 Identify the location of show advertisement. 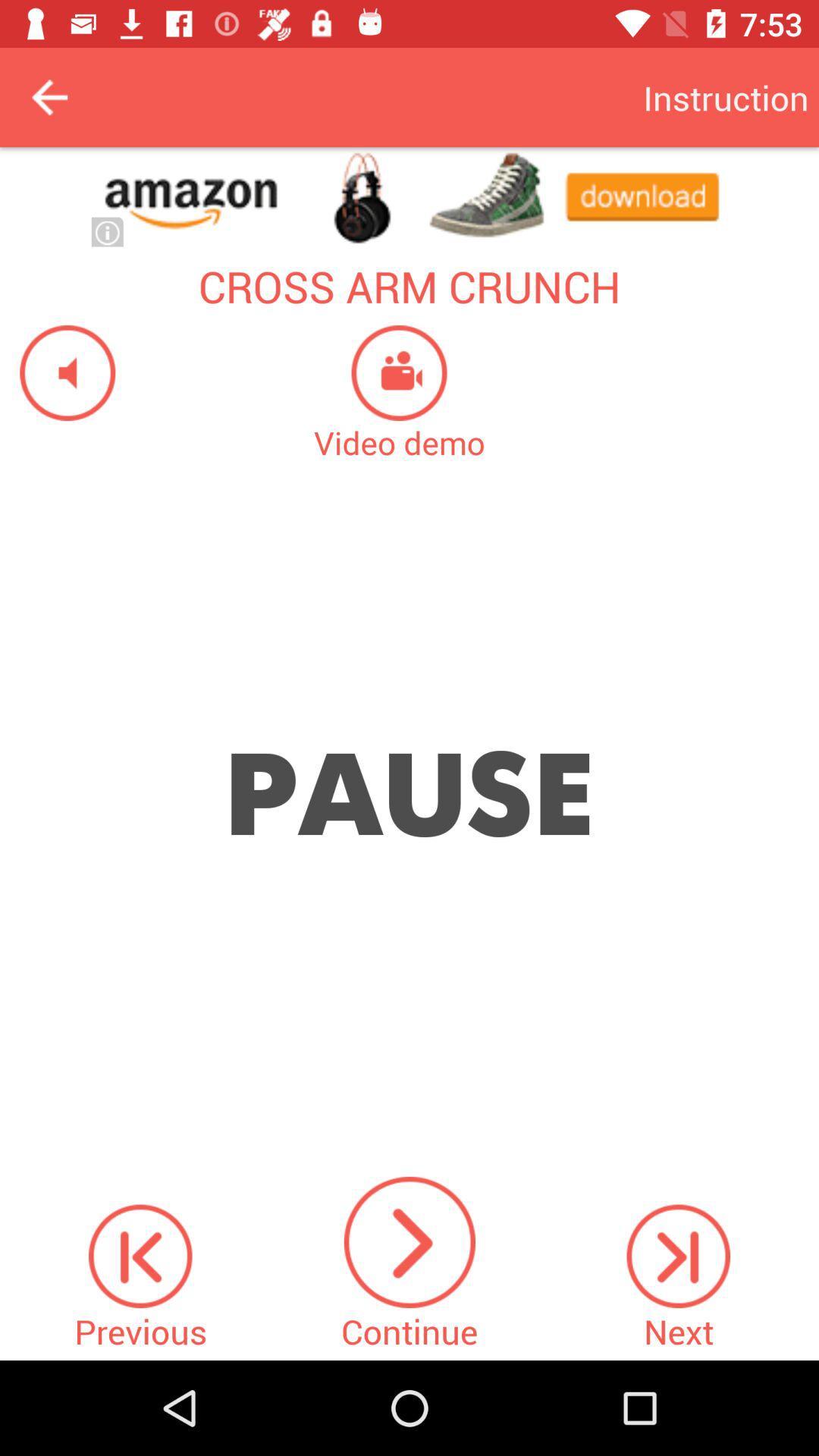
(409, 196).